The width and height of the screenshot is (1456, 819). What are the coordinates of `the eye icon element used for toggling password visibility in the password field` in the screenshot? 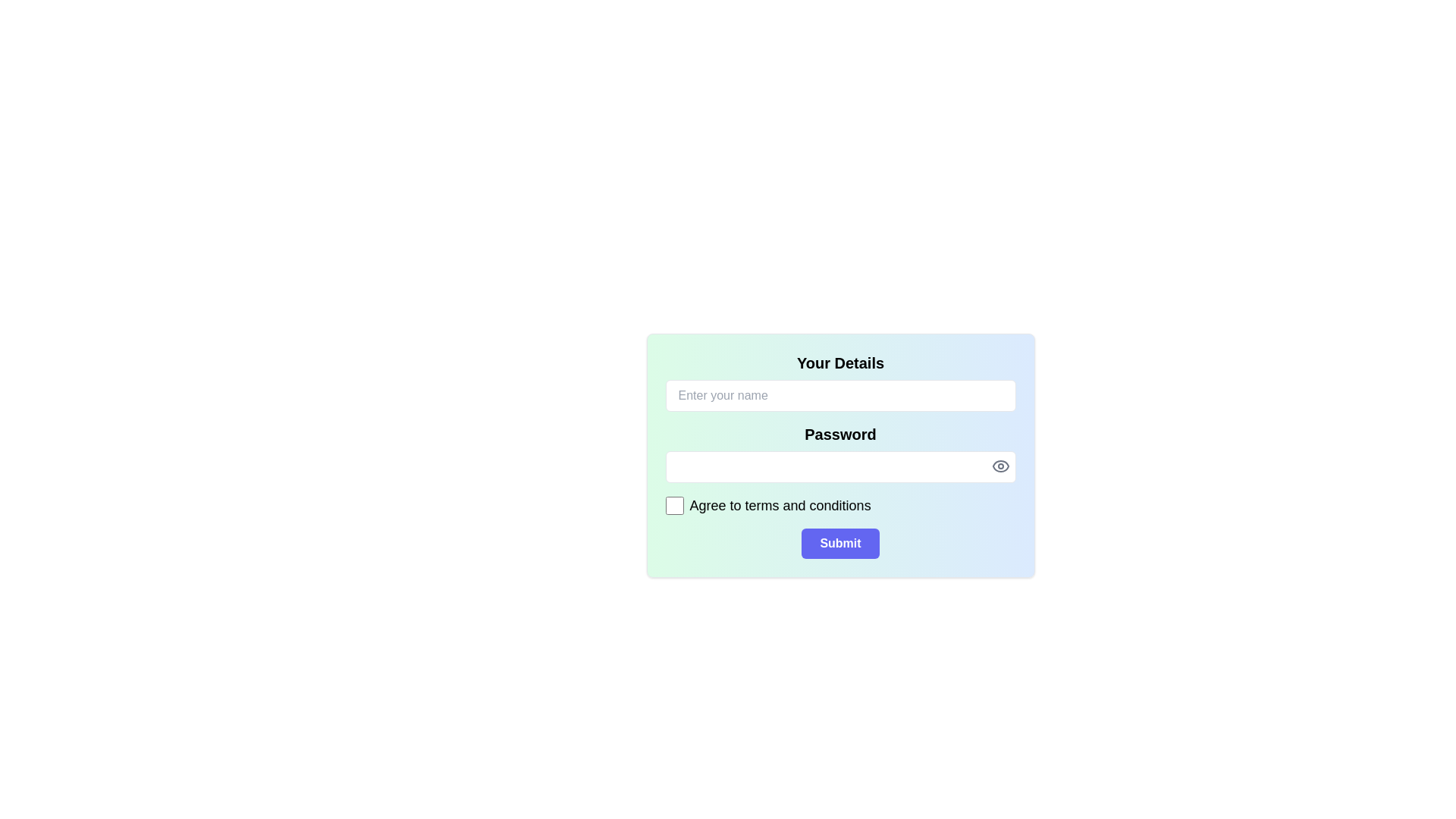 It's located at (1000, 465).